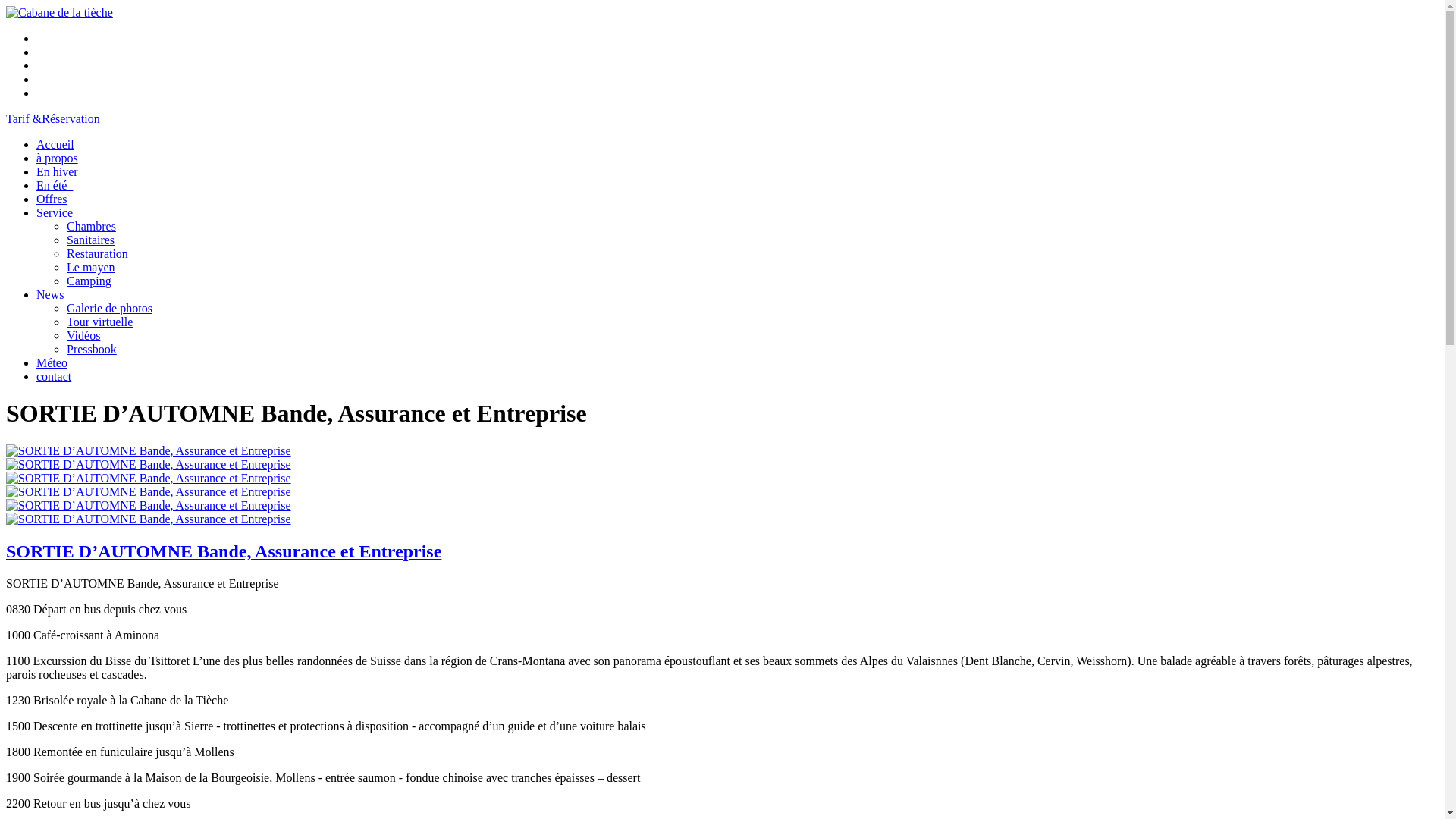  What do you see at coordinates (108, 307) in the screenshot?
I see `'Galerie de photos'` at bounding box center [108, 307].